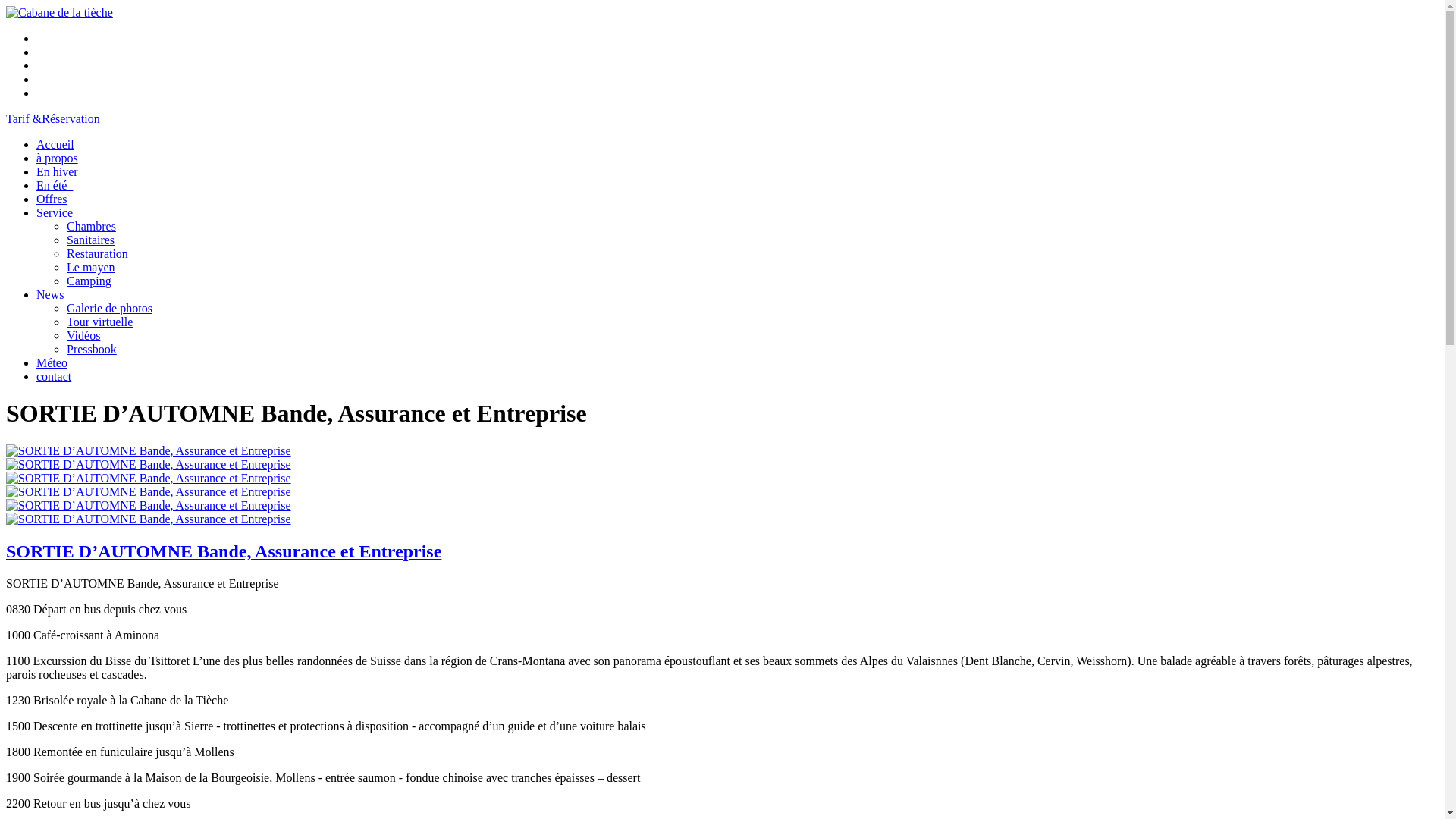  What do you see at coordinates (108, 307) in the screenshot?
I see `'Galerie de photos'` at bounding box center [108, 307].